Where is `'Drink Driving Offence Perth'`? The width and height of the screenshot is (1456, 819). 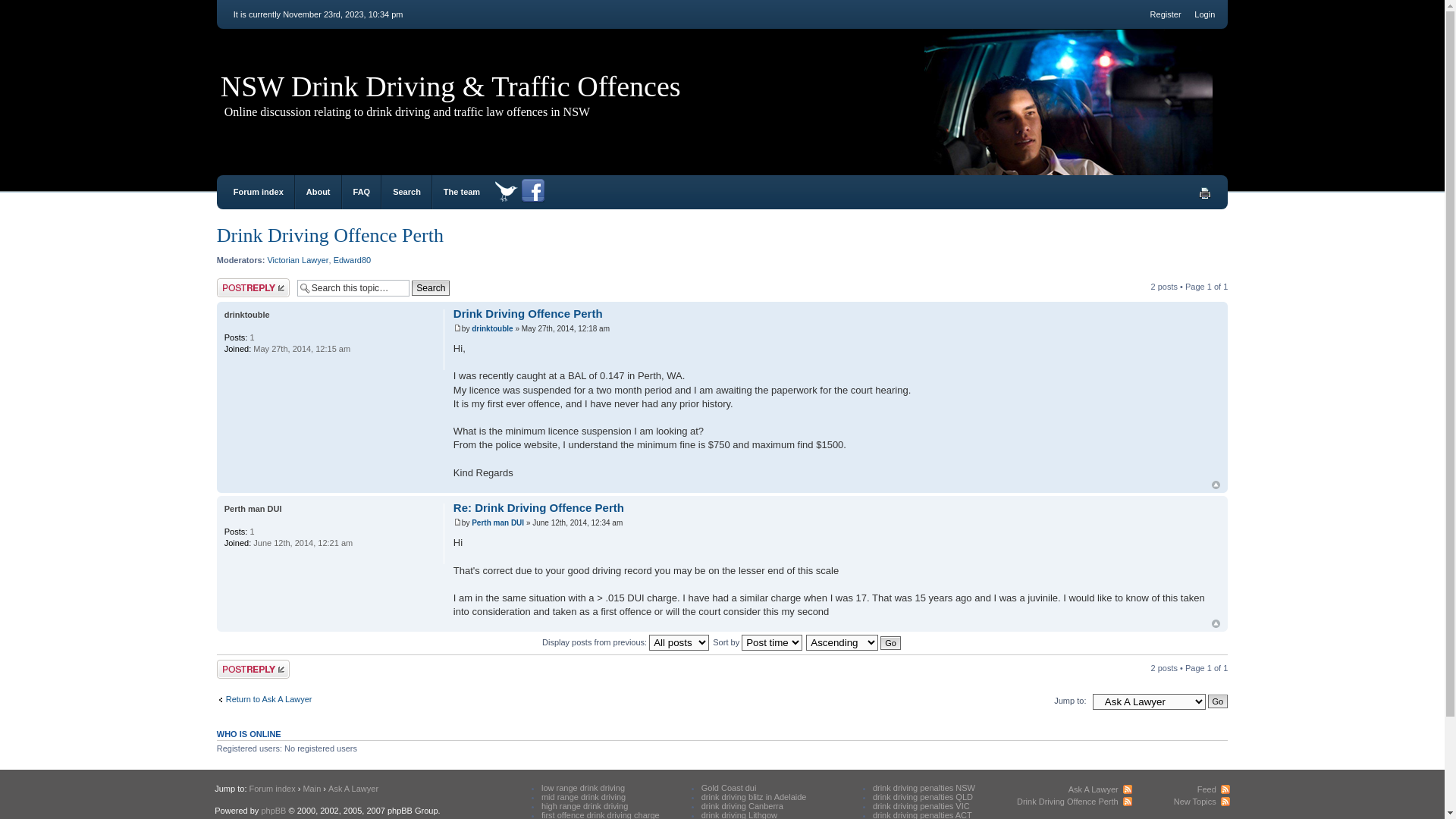 'Drink Driving Offence Perth' is located at coordinates (528, 312).